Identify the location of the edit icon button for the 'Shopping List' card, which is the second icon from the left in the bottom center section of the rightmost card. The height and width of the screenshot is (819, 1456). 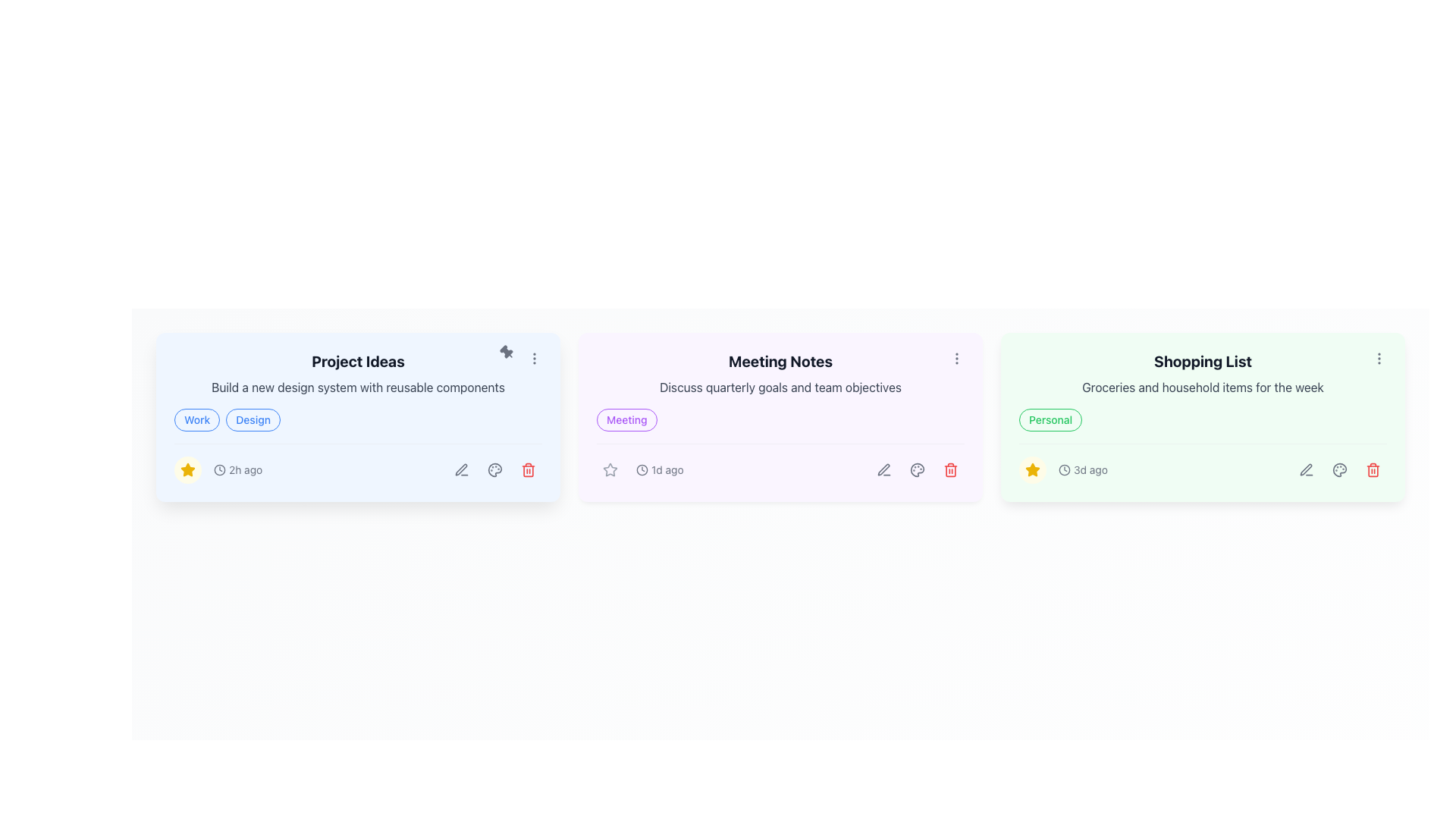
(1305, 469).